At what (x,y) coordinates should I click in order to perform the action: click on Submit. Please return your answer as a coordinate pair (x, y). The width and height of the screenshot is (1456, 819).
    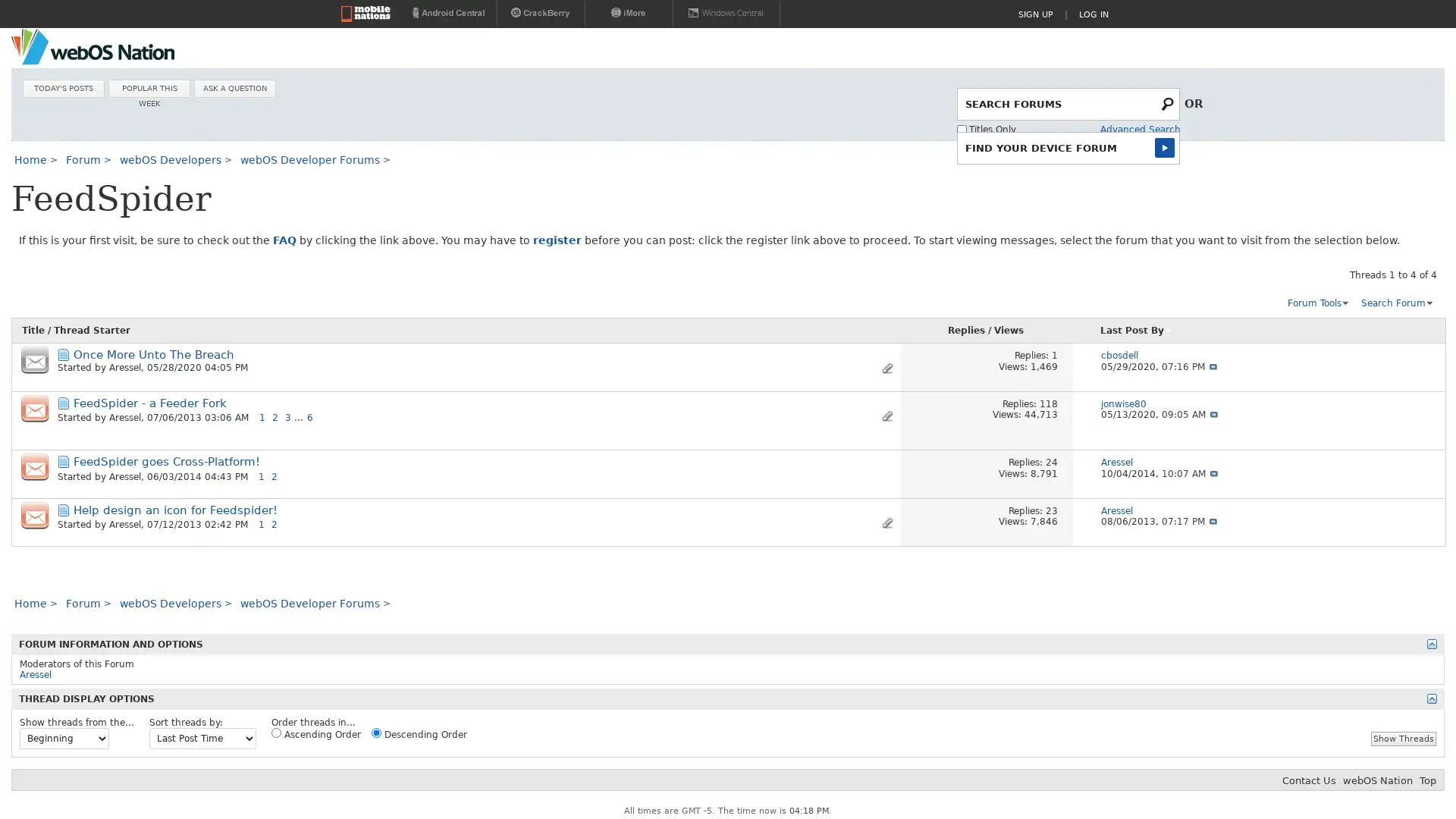
    Looking at the image, I should click on (1168, 102).